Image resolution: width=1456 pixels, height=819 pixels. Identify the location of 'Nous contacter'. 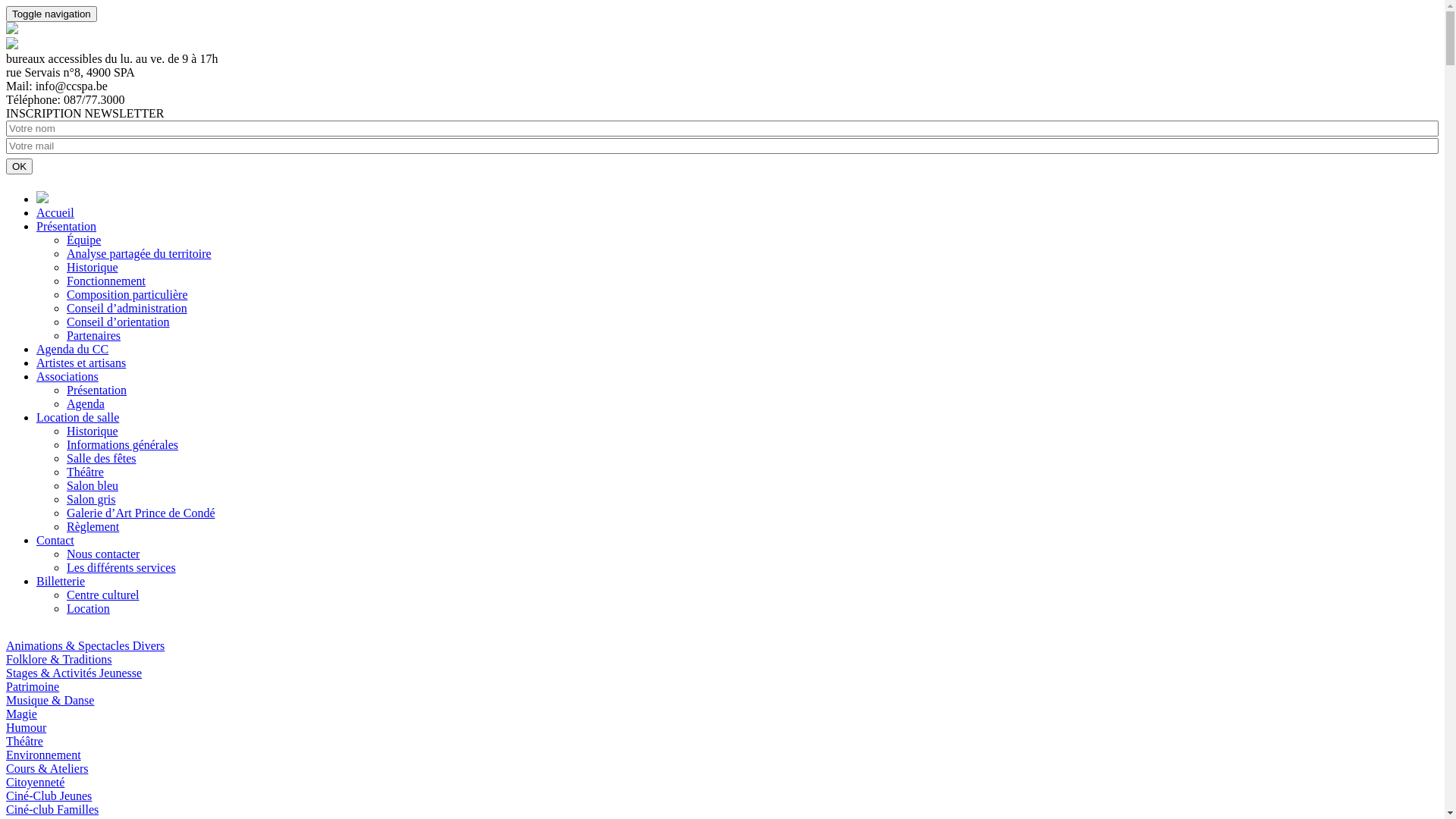
(102, 554).